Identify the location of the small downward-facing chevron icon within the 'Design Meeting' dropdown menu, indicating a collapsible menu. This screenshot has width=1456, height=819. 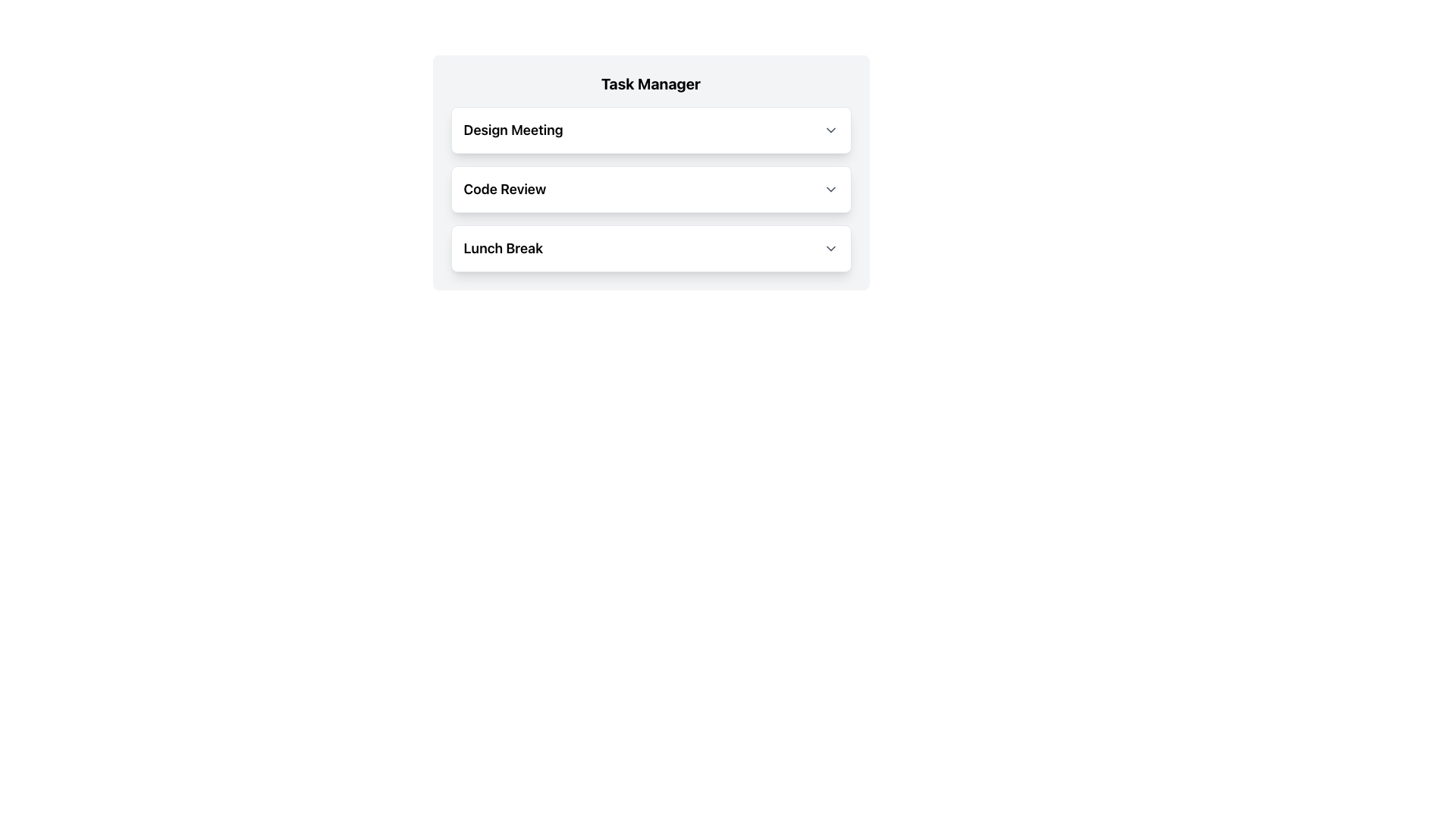
(830, 130).